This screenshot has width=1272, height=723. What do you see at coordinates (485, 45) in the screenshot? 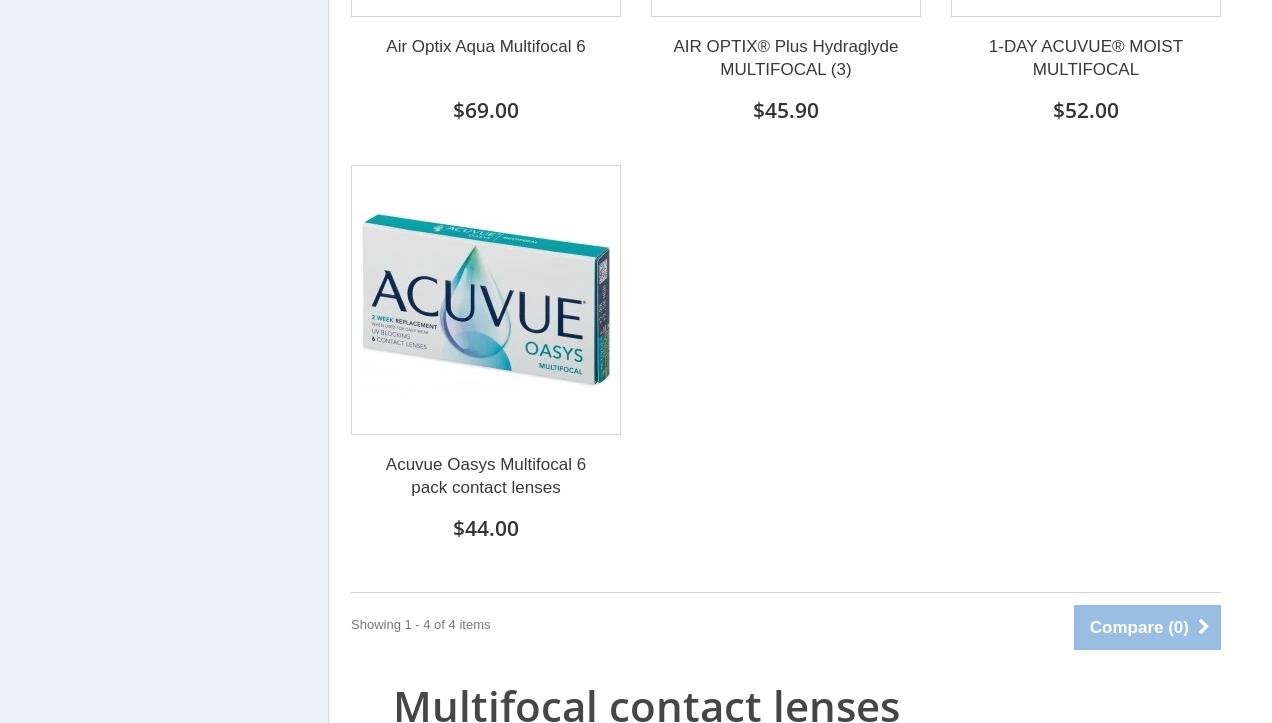
I see `'Air Optix Aqua Multifocal 6'` at bounding box center [485, 45].